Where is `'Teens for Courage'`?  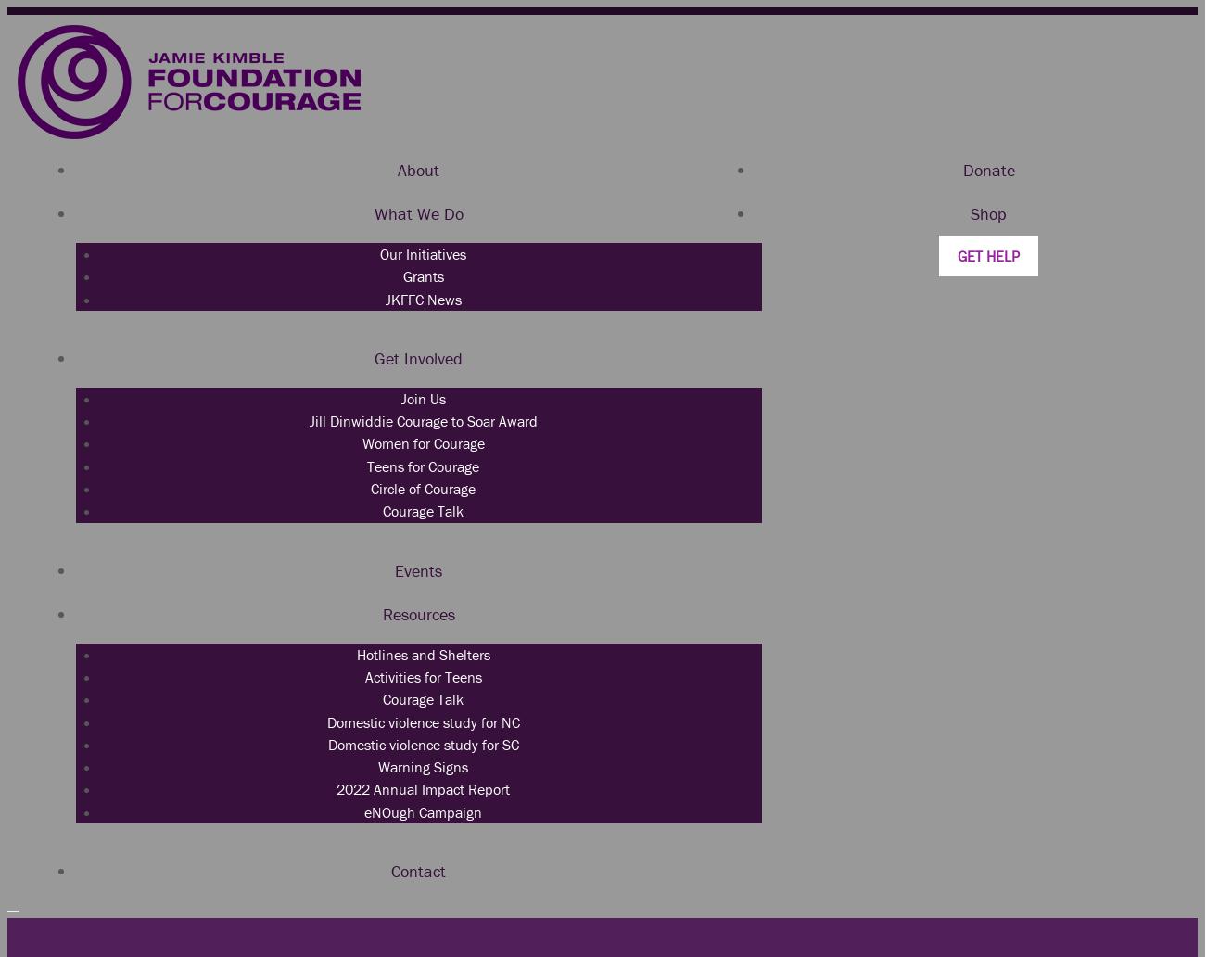 'Teens for Courage' is located at coordinates (367, 464).